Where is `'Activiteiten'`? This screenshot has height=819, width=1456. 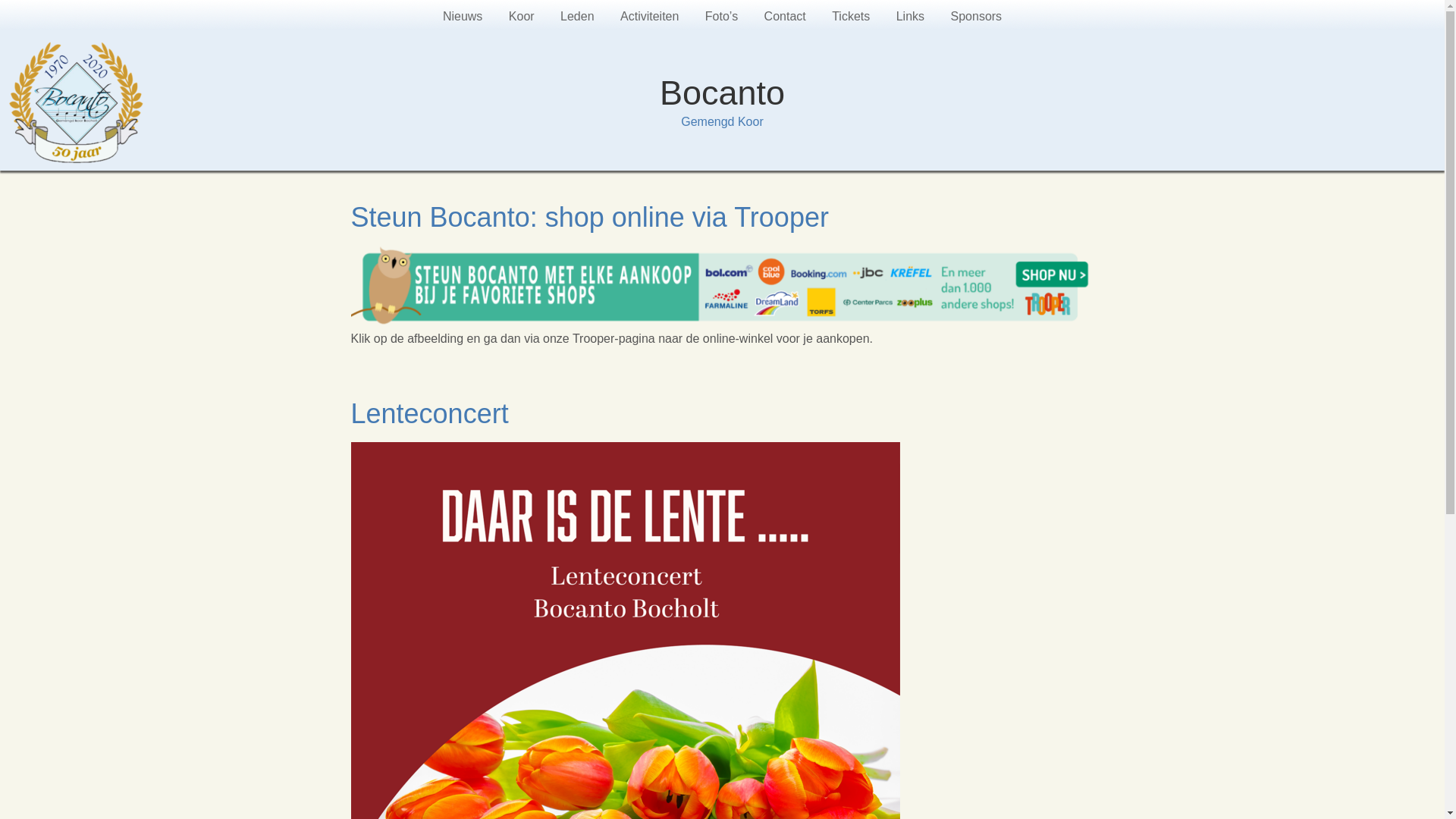
'Activiteiten' is located at coordinates (649, 17).